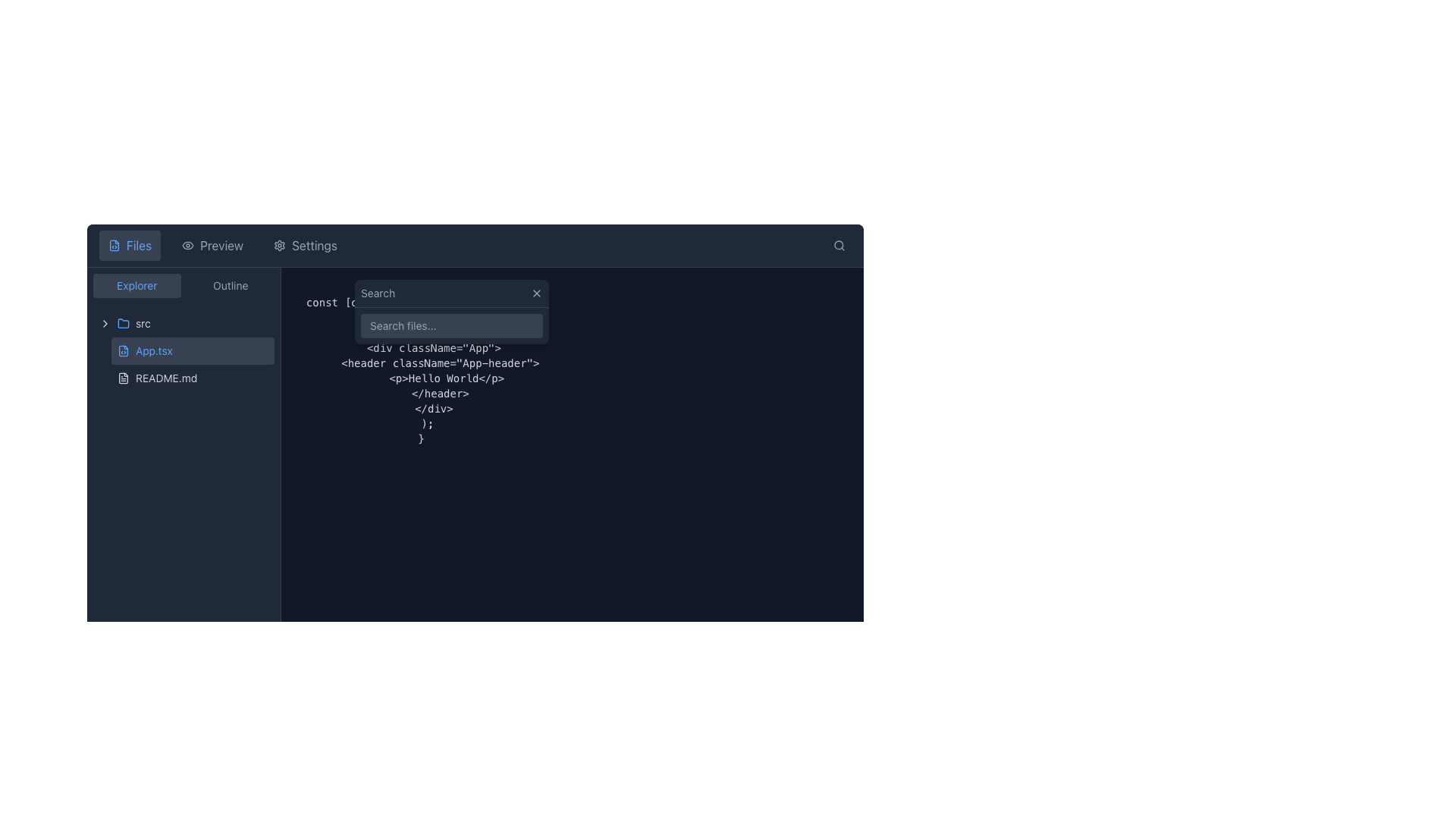  Describe the element at coordinates (221, 245) in the screenshot. I see `the 'Preview' text element, which is styled in gray and is positioned between 'Files' and 'Settings' in the top left corner navigation bar` at that location.